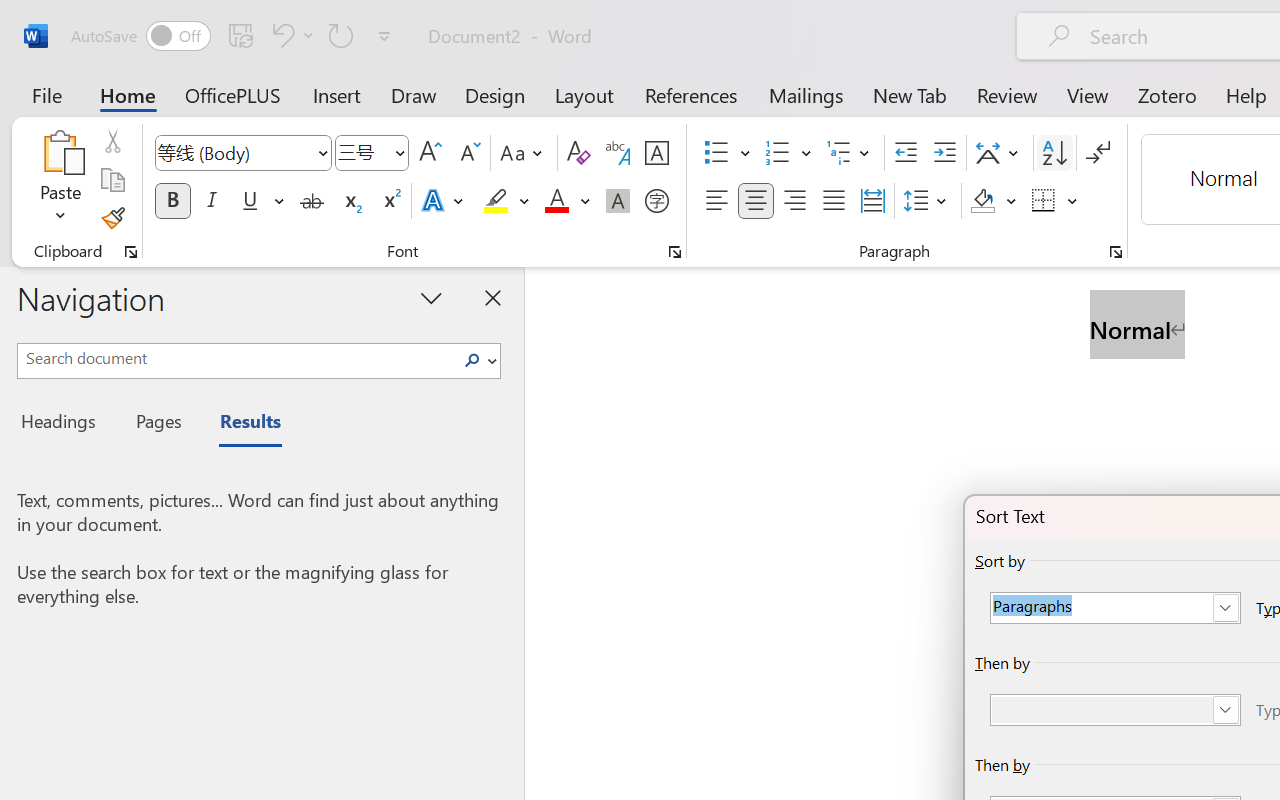 The height and width of the screenshot is (800, 1280). I want to click on 'Italic', so click(212, 201).